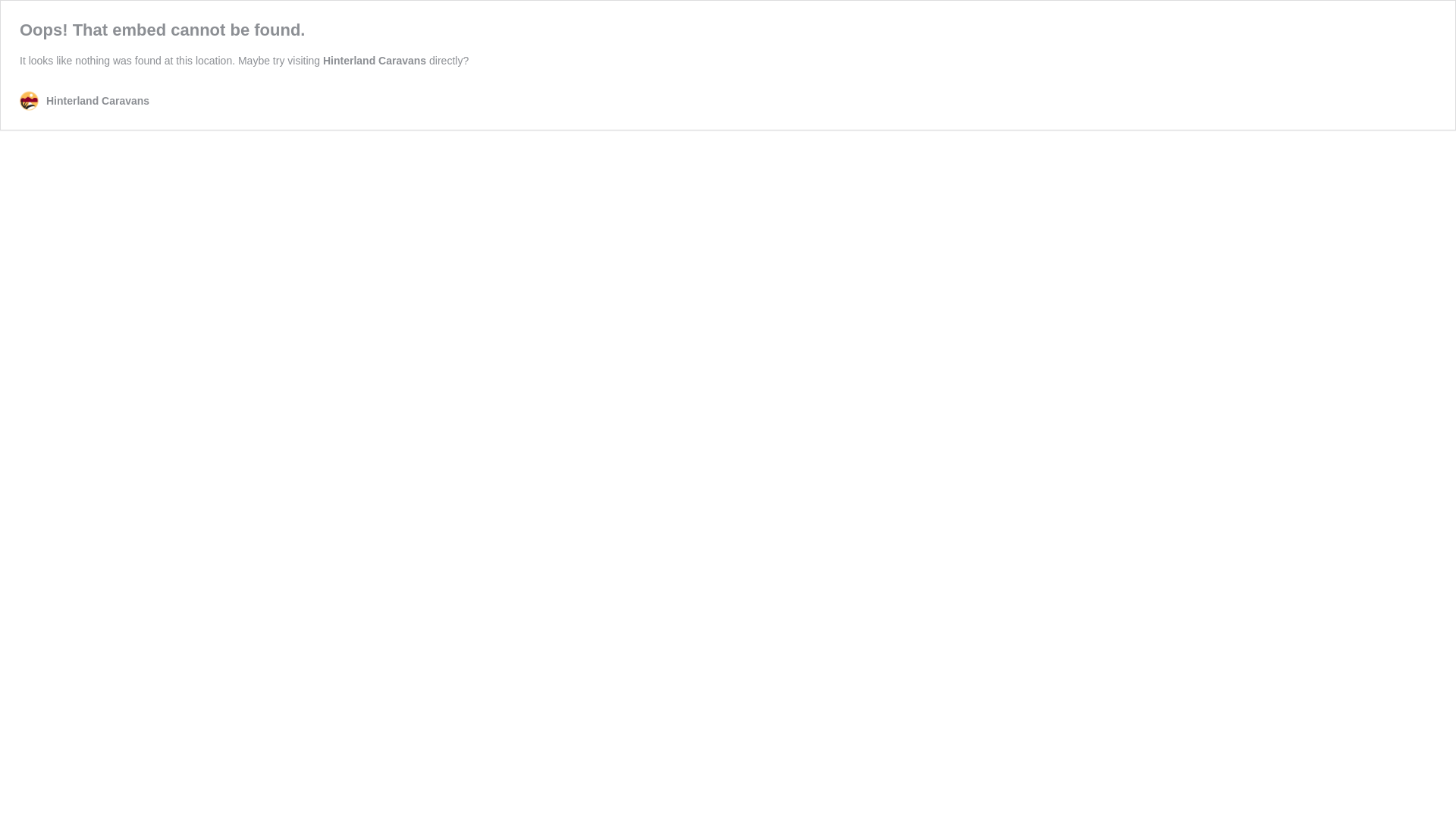 This screenshot has height=819, width=1456. What do you see at coordinates (375, 60) in the screenshot?
I see `'Hinterland Caravans'` at bounding box center [375, 60].